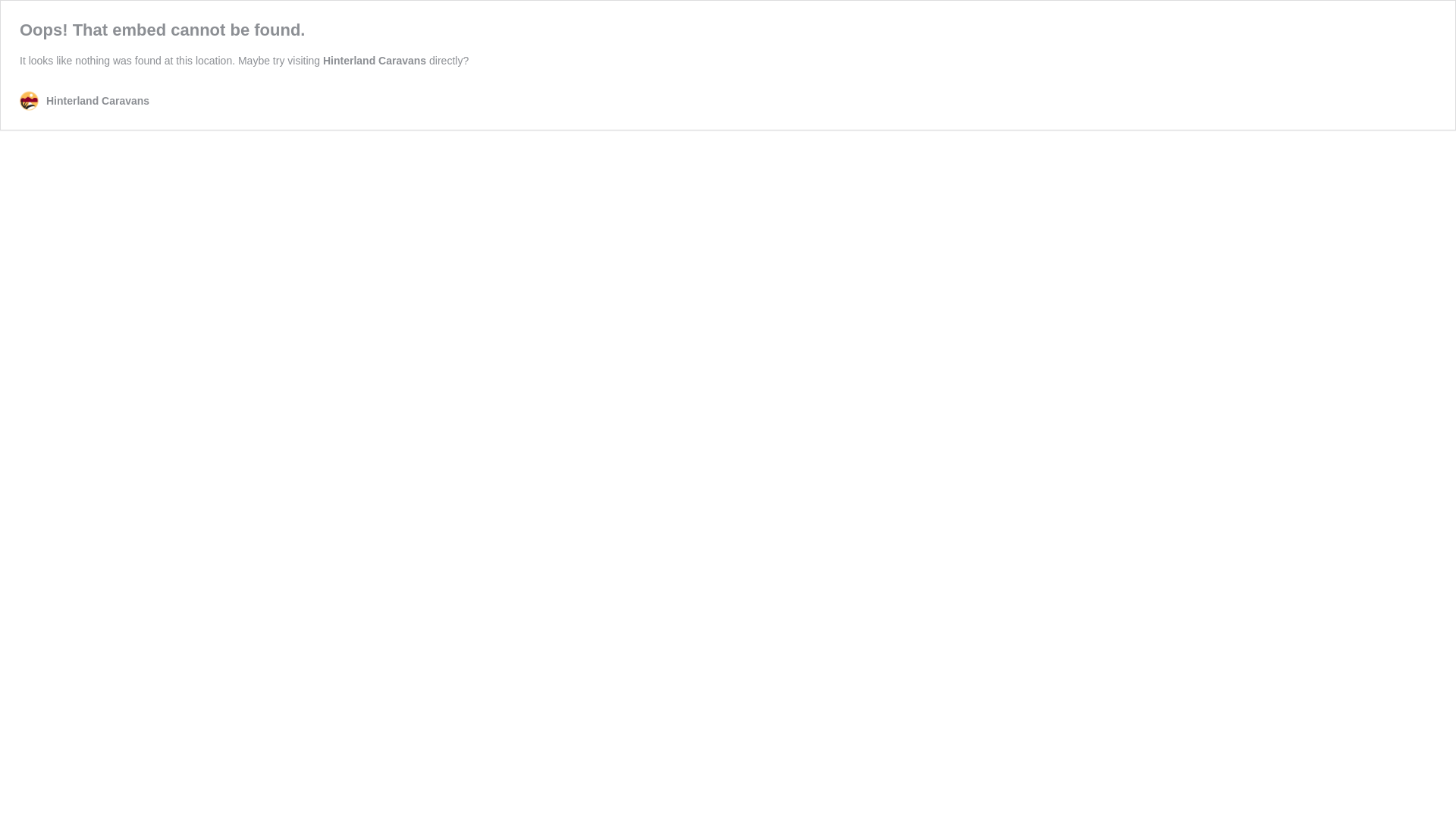 This screenshot has height=819, width=1456. What do you see at coordinates (375, 60) in the screenshot?
I see `'Hinterland Caravans'` at bounding box center [375, 60].